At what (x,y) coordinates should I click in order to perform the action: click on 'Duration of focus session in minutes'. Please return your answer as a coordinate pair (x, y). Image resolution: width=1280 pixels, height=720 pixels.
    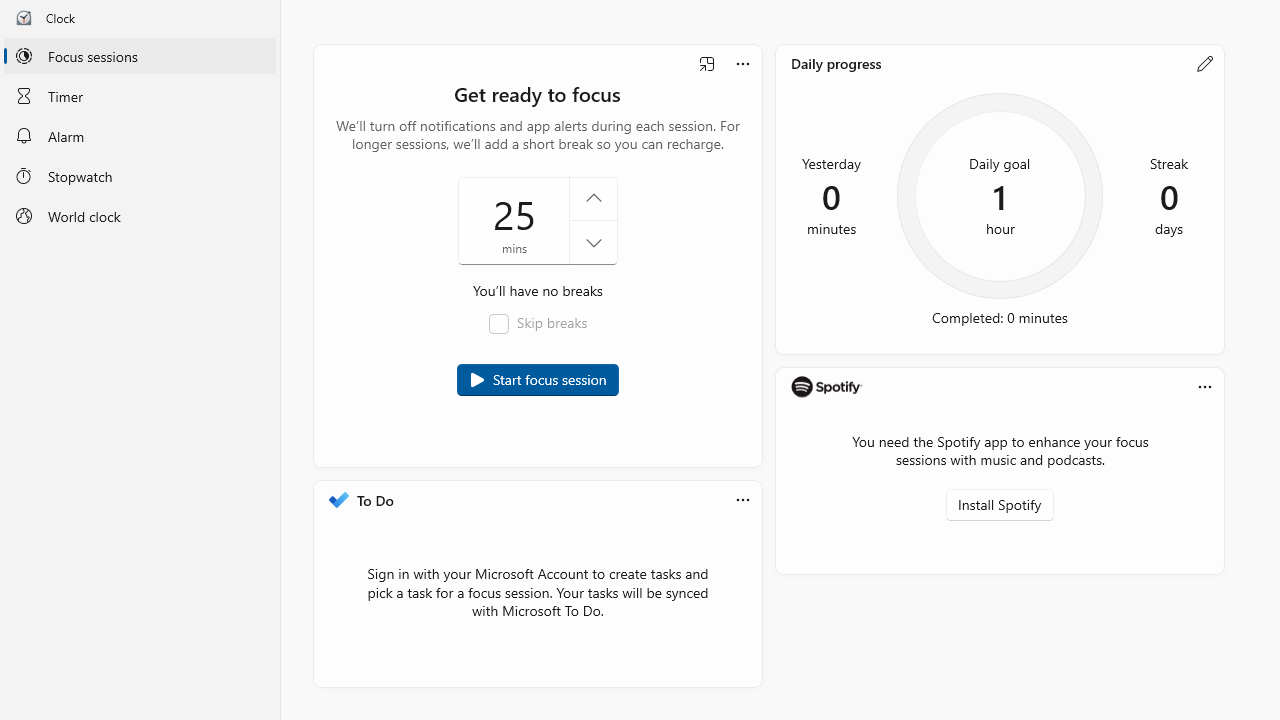
    Looking at the image, I should click on (538, 221).